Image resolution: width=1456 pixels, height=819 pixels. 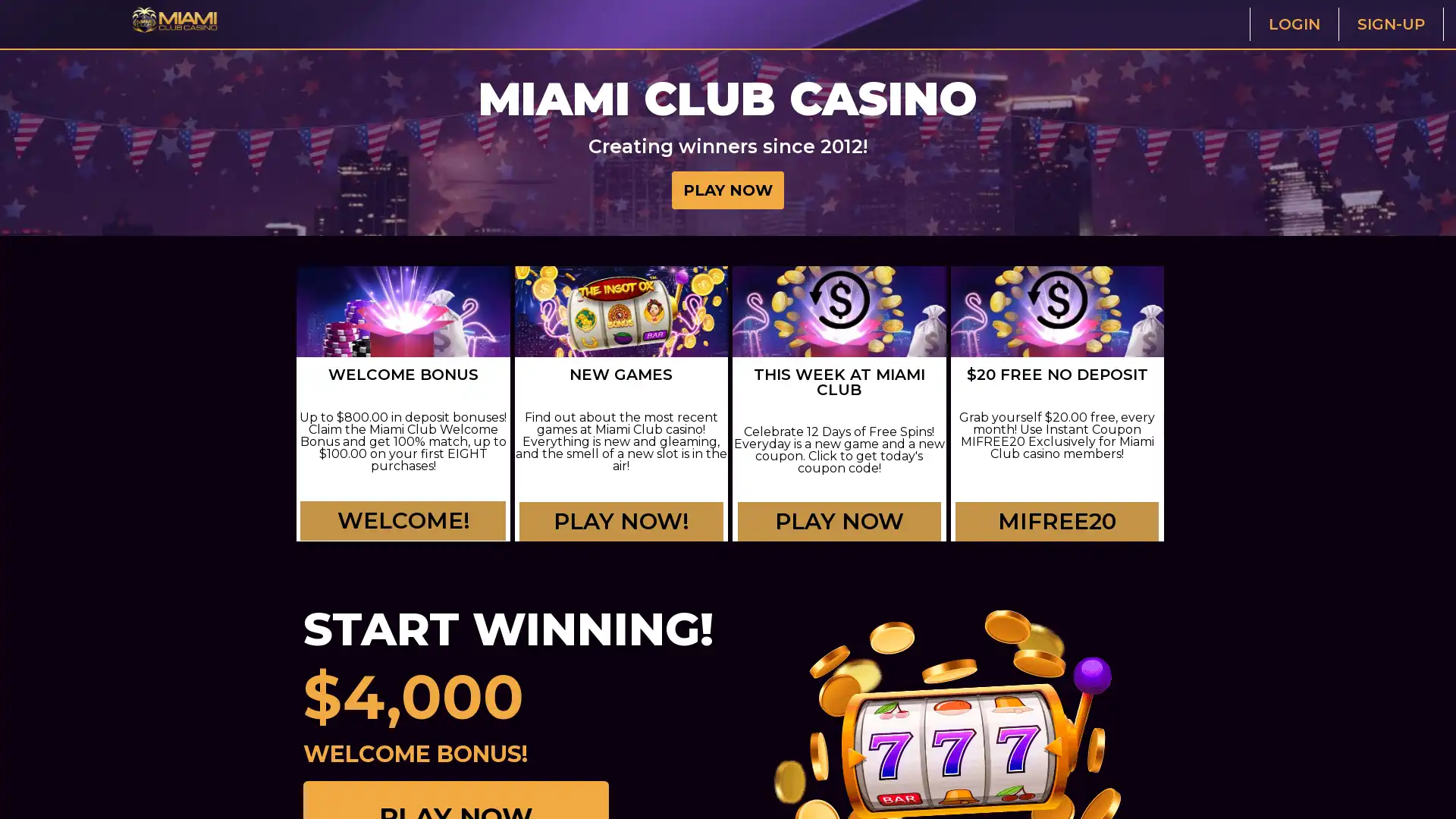 I want to click on SIGN-UP, so click(x=1390, y=24).